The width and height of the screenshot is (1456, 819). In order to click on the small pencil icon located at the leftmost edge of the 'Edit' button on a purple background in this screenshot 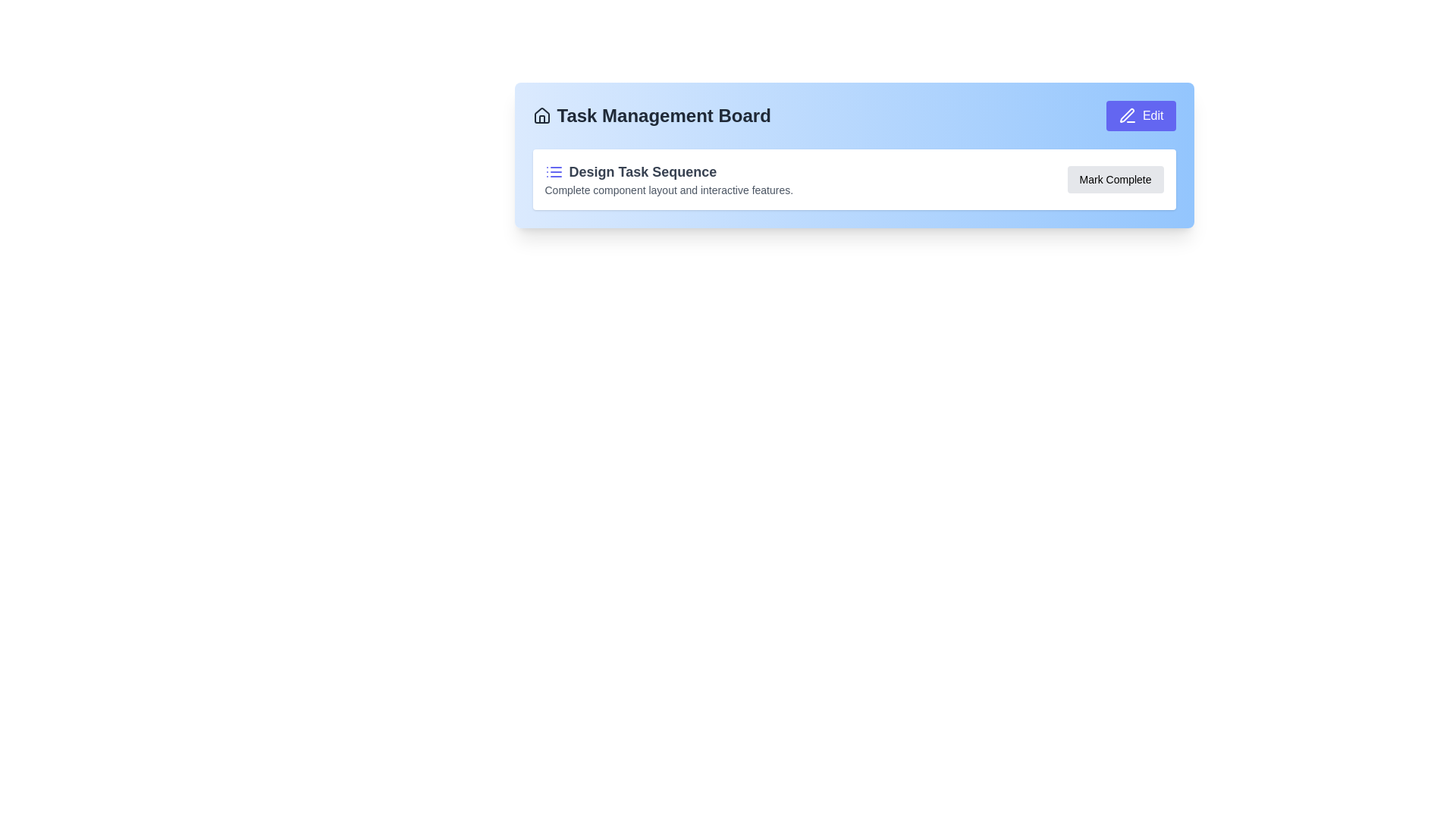, I will do `click(1127, 115)`.